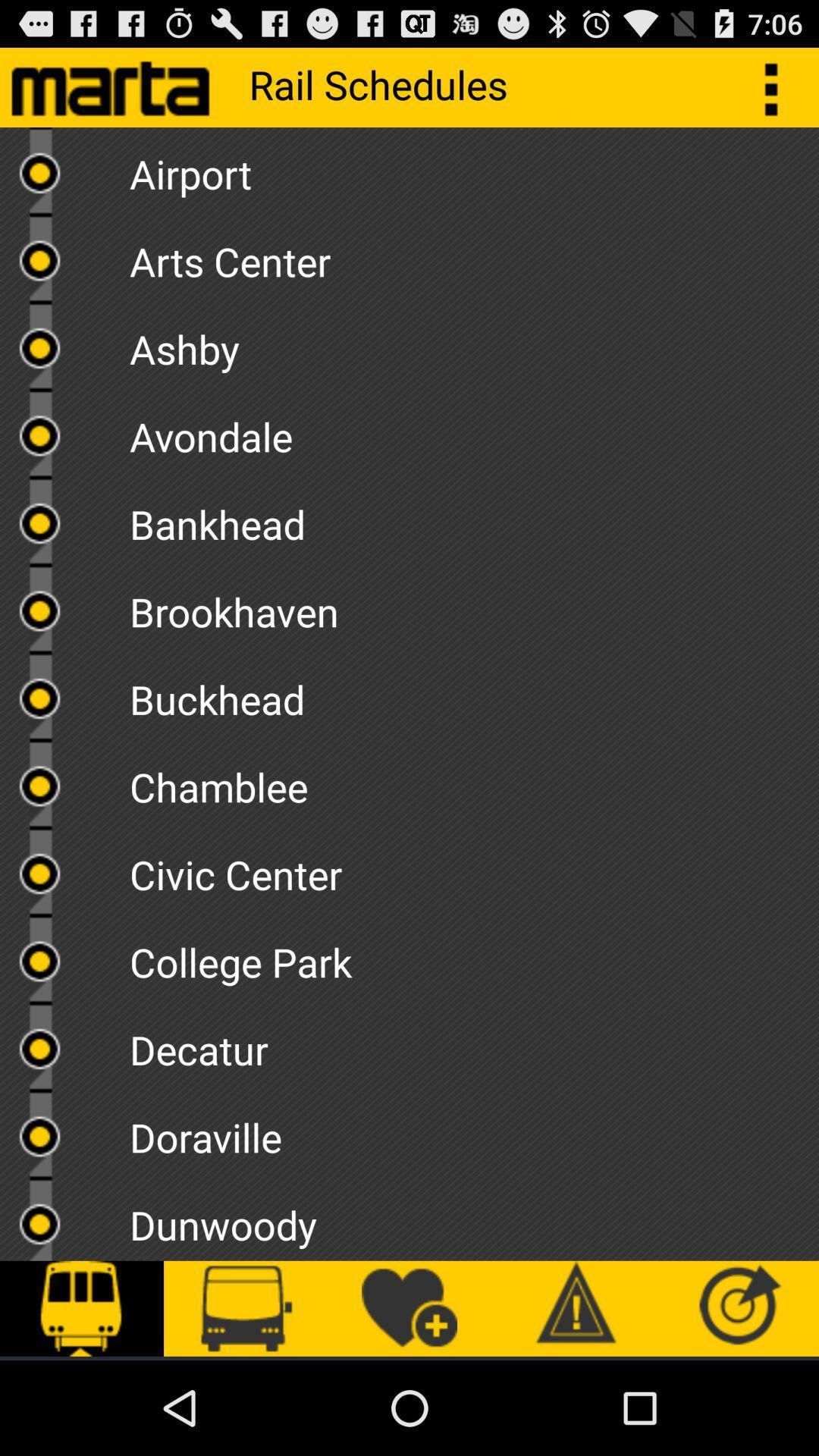 The image size is (819, 1456). What do you see at coordinates (473, 1132) in the screenshot?
I see `icon above the dunwoody item` at bounding box center [473, 1132].